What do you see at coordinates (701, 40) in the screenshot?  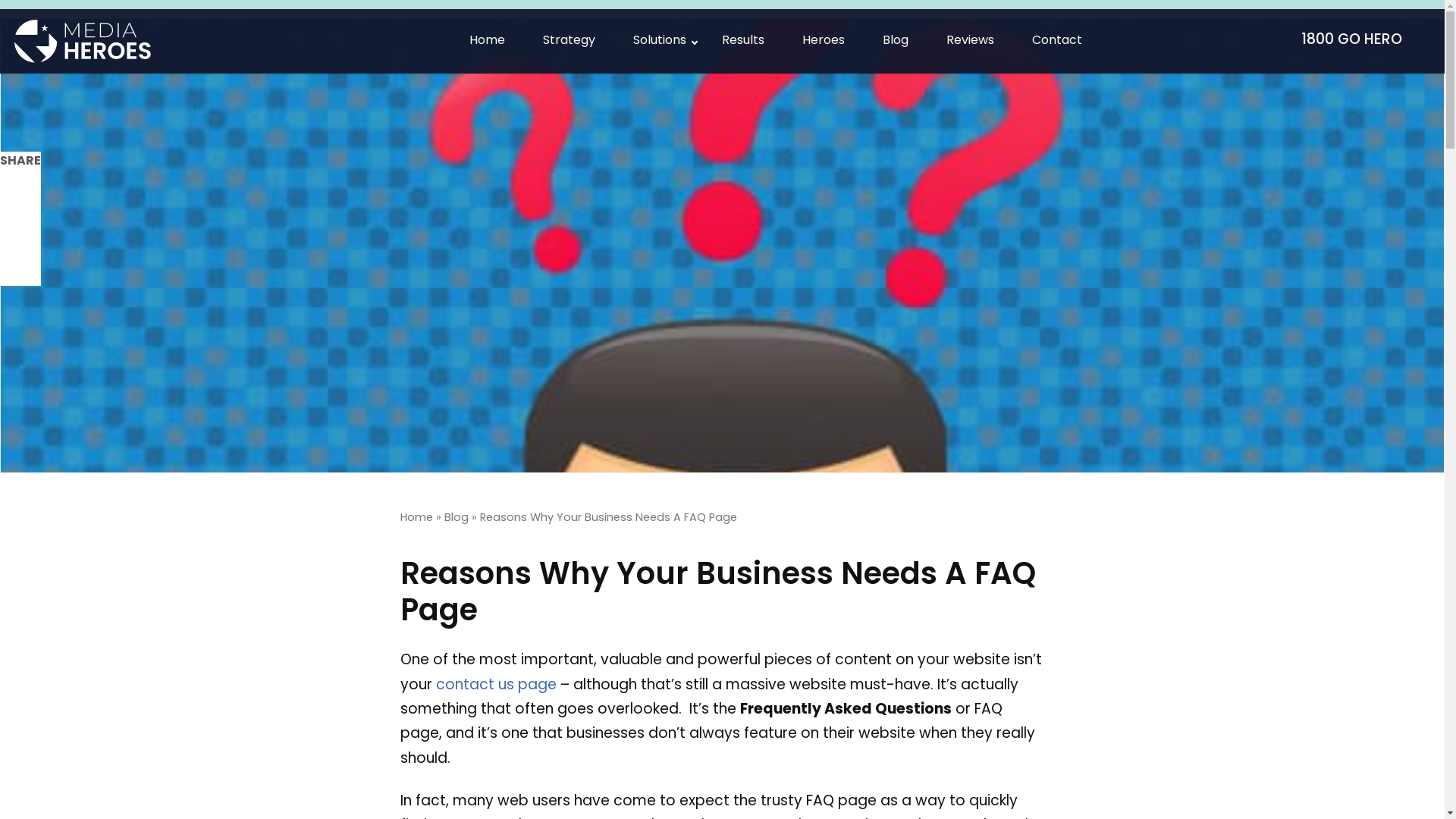 I see `'Results'` at bounding box center [701, 40].